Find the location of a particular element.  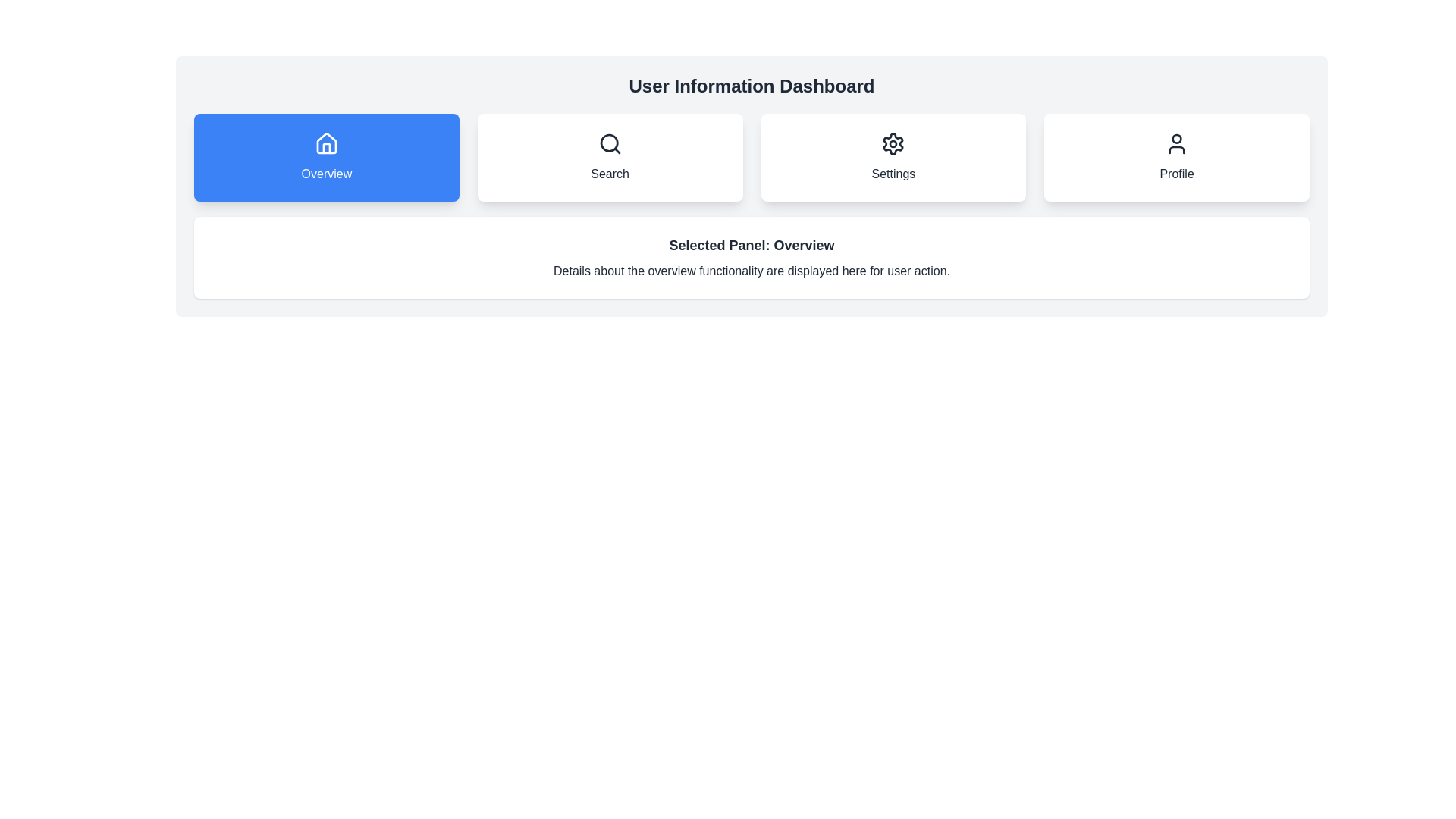

the search button located in the second card of a horizontal grid, positioned between the 'Overview' and 'Settings' cards, to initiate the search function is located at coordinates (610, 158).